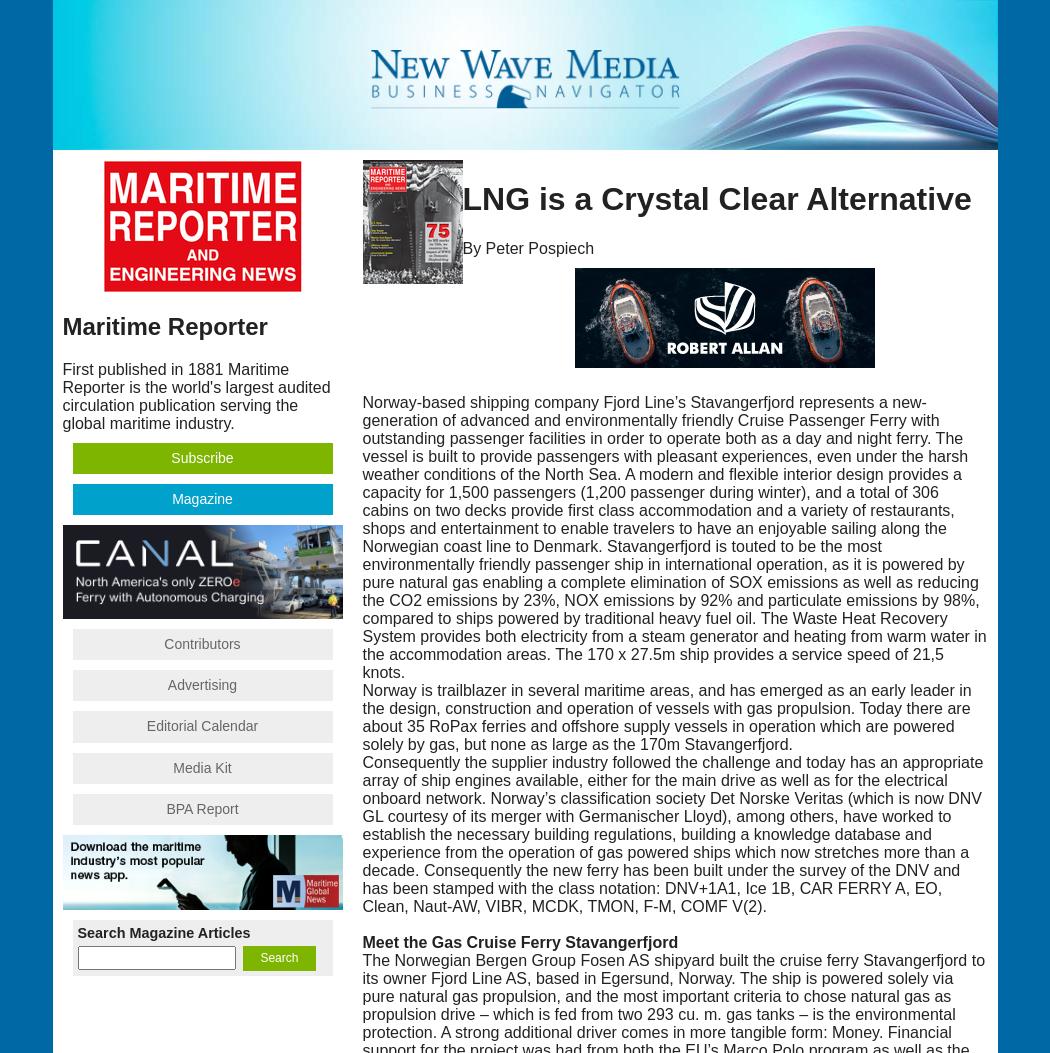 Image resolution: width=1050 pixels, height=1053 pixels. Describe the element at coordinates (665, 716) in the screenshot. I see `'Norway is trailblazer in several maritime areas, and has emerged as an early leader in the design, construction and operation of vessels with gas propulsion. Today there are about 35 RoPax ferries and offshore supply vessels in operation which are powered solely by gas, but none as large as the 170m Stavangerfjord.'` at that location.